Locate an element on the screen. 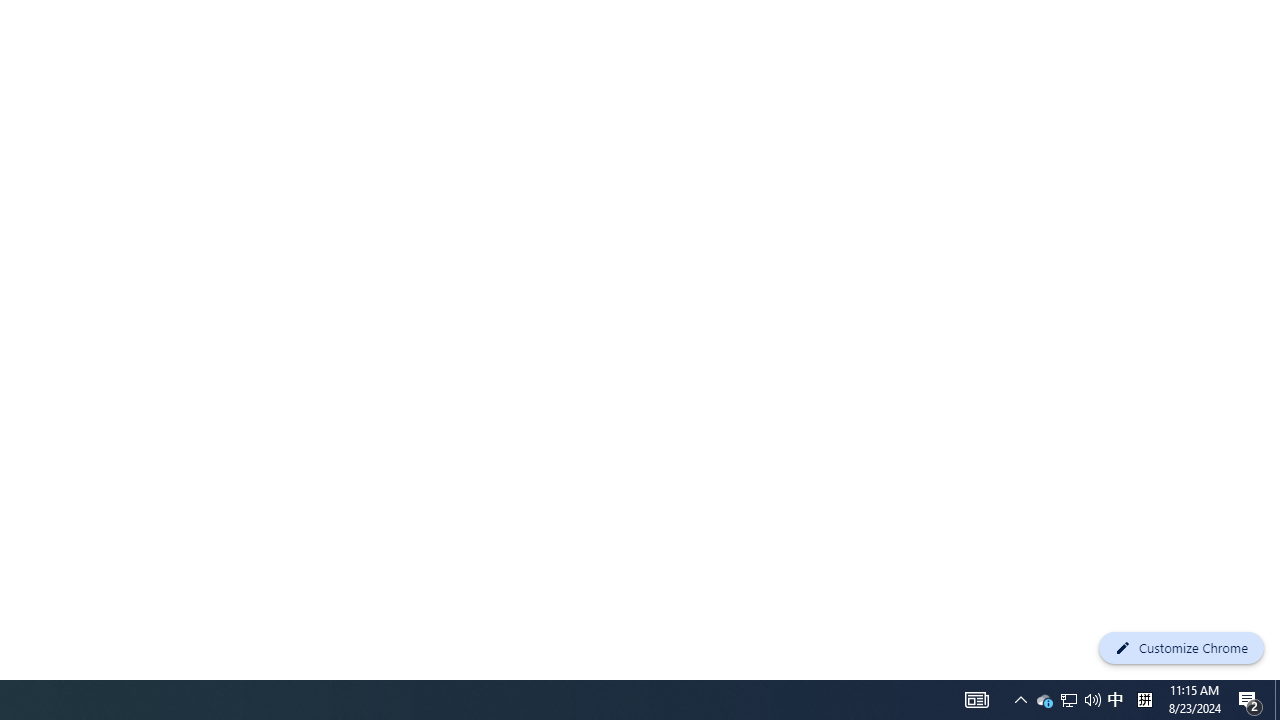  'Notification Chevron' is located at coordinates (977, 698).